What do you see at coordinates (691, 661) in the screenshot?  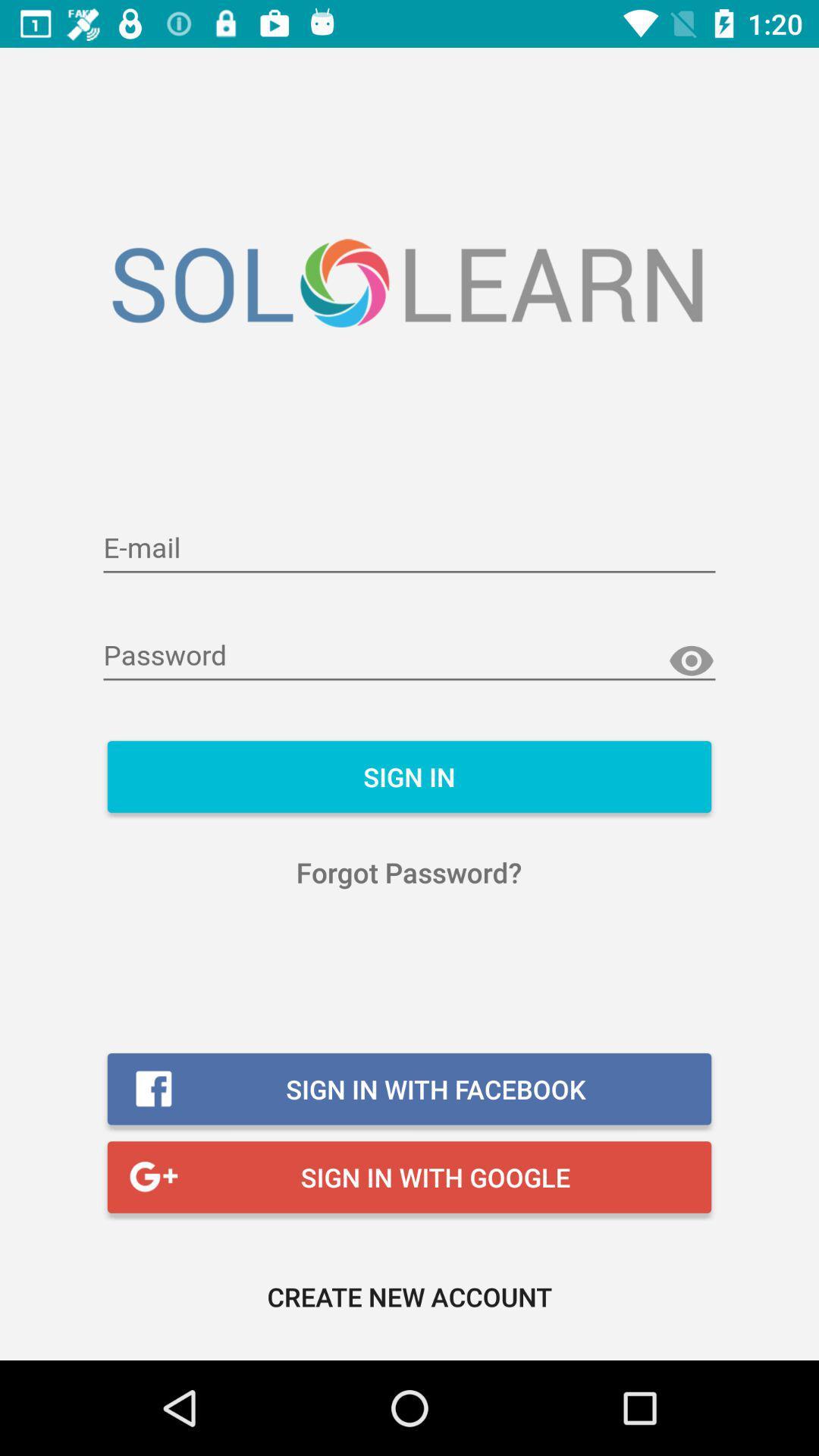 I see `show password` at bounding box center [691, 661].